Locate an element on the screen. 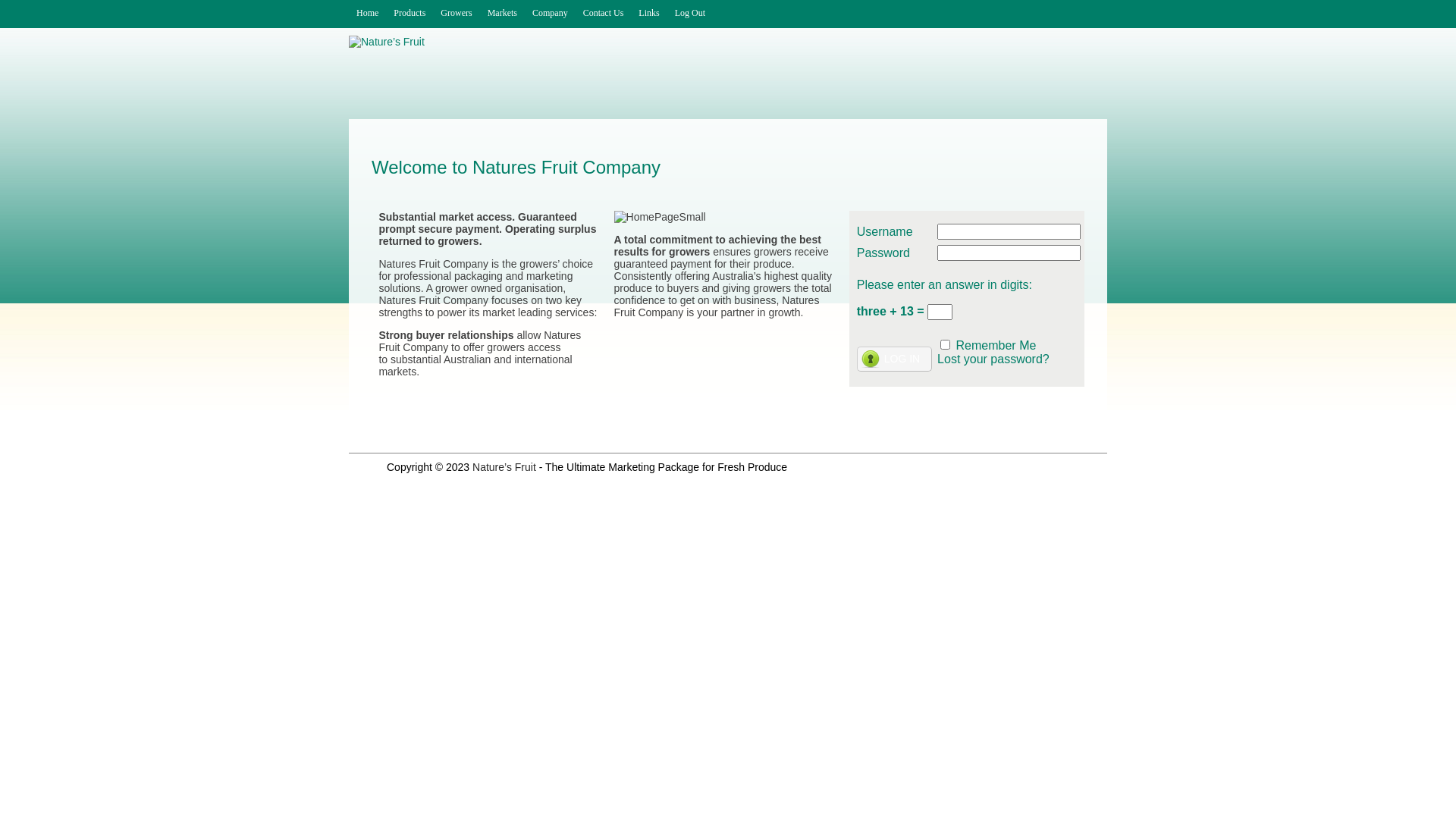  'Lost your password?' is located at coordinates (993, 359).